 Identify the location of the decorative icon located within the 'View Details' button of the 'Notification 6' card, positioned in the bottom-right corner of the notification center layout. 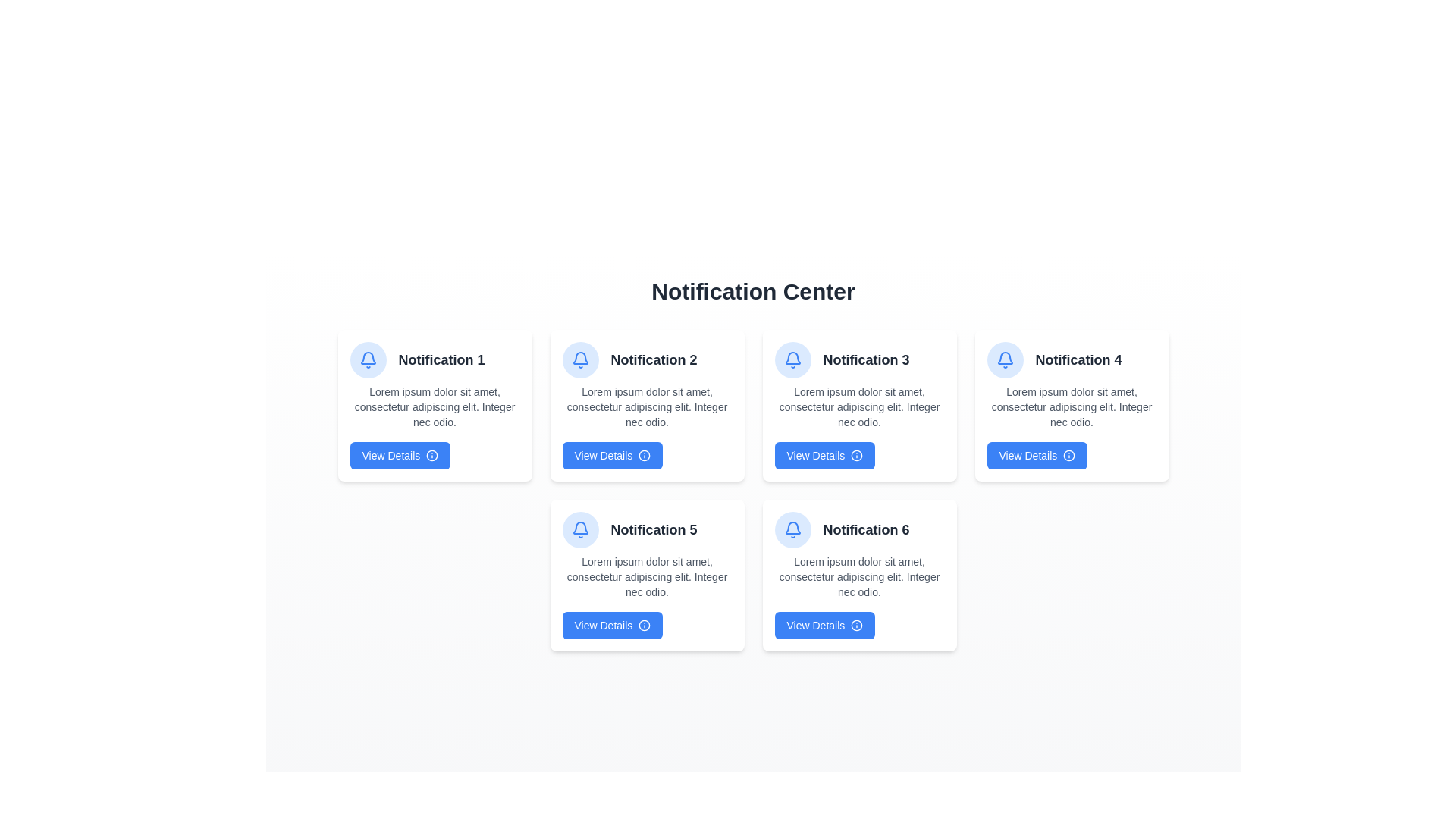
(857, 626).